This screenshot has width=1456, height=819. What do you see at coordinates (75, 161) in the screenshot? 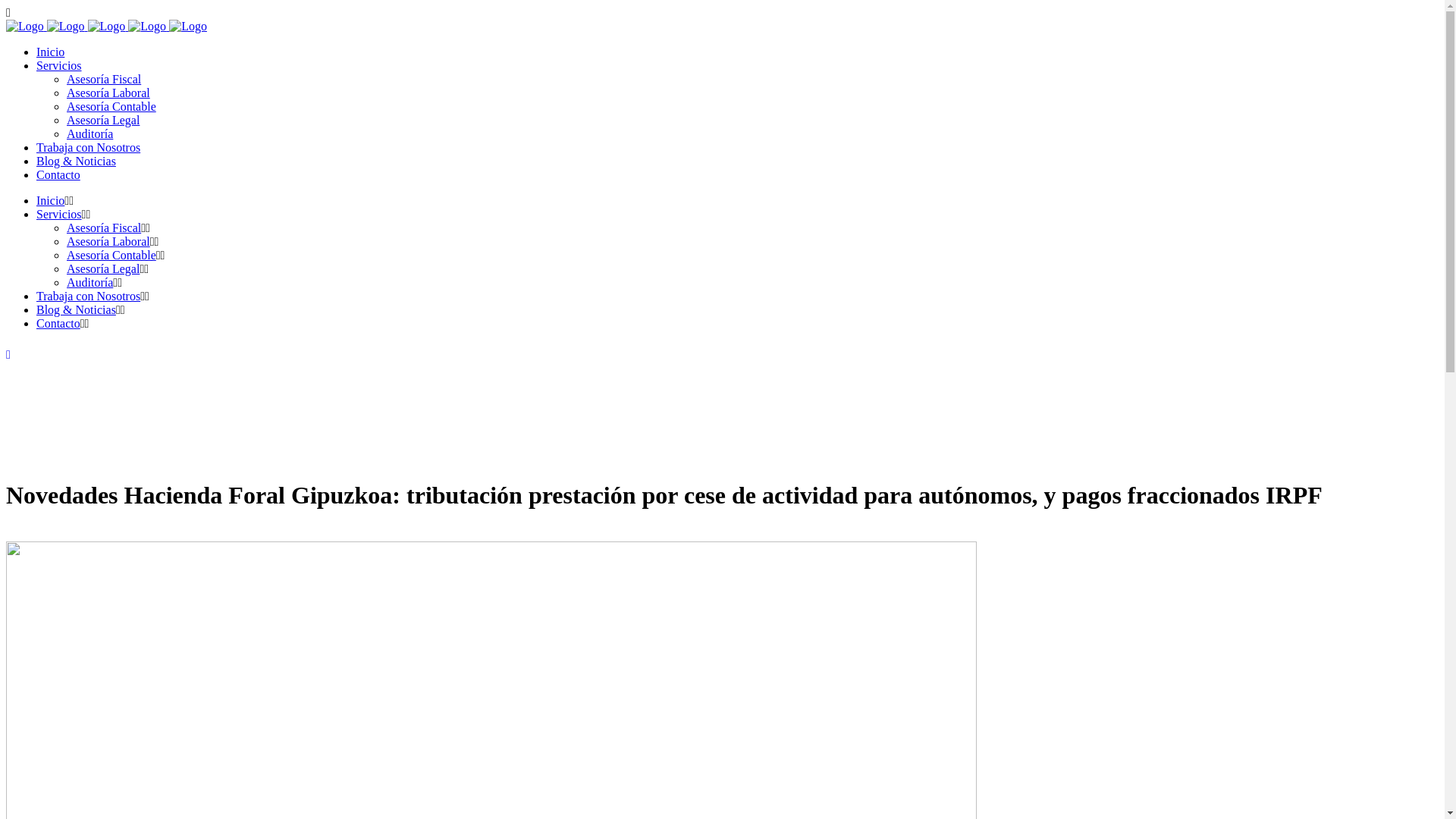
I see `'Blog & Noticias'` at bounding box center [75, 161].